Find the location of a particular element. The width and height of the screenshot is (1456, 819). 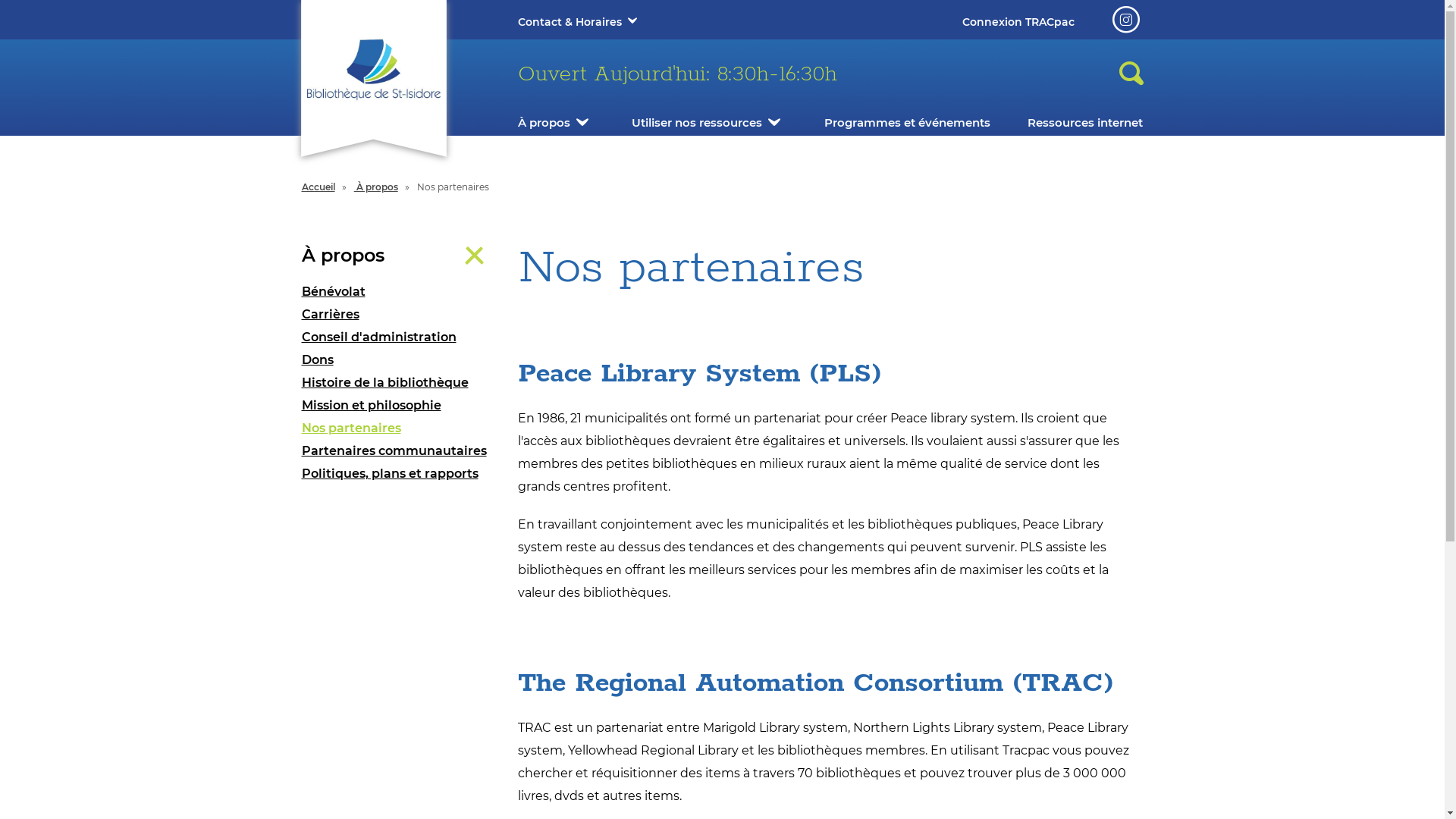

'Contact & Horaires' is located at coordinates (516, 22).